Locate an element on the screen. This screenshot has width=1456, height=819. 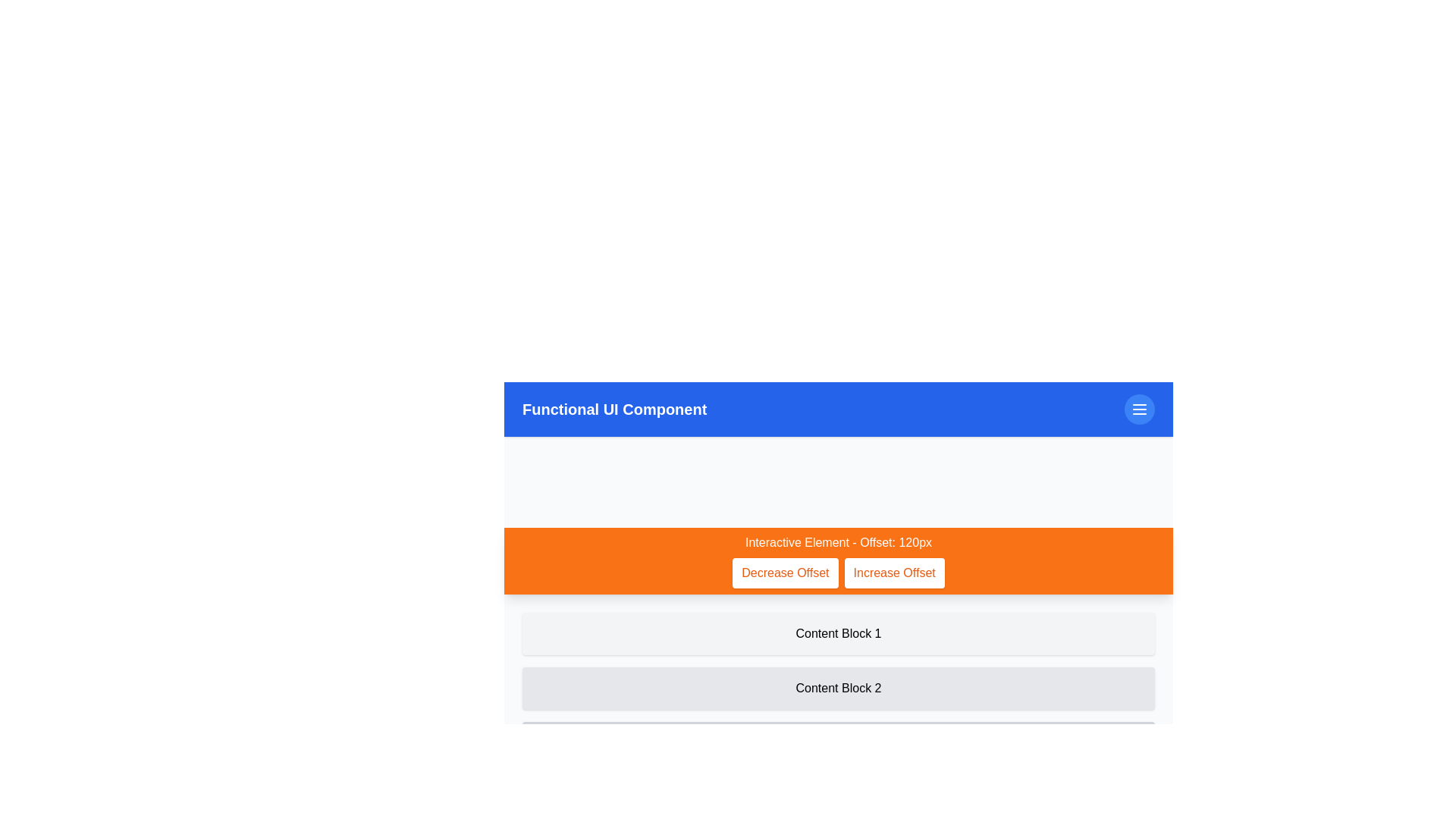
the 'Increase Offset' button in the Button Group located within the orange bar labeled 'Interactive Element - Offset: 120px' to increase the offset value is located at coordinates (837, 573).